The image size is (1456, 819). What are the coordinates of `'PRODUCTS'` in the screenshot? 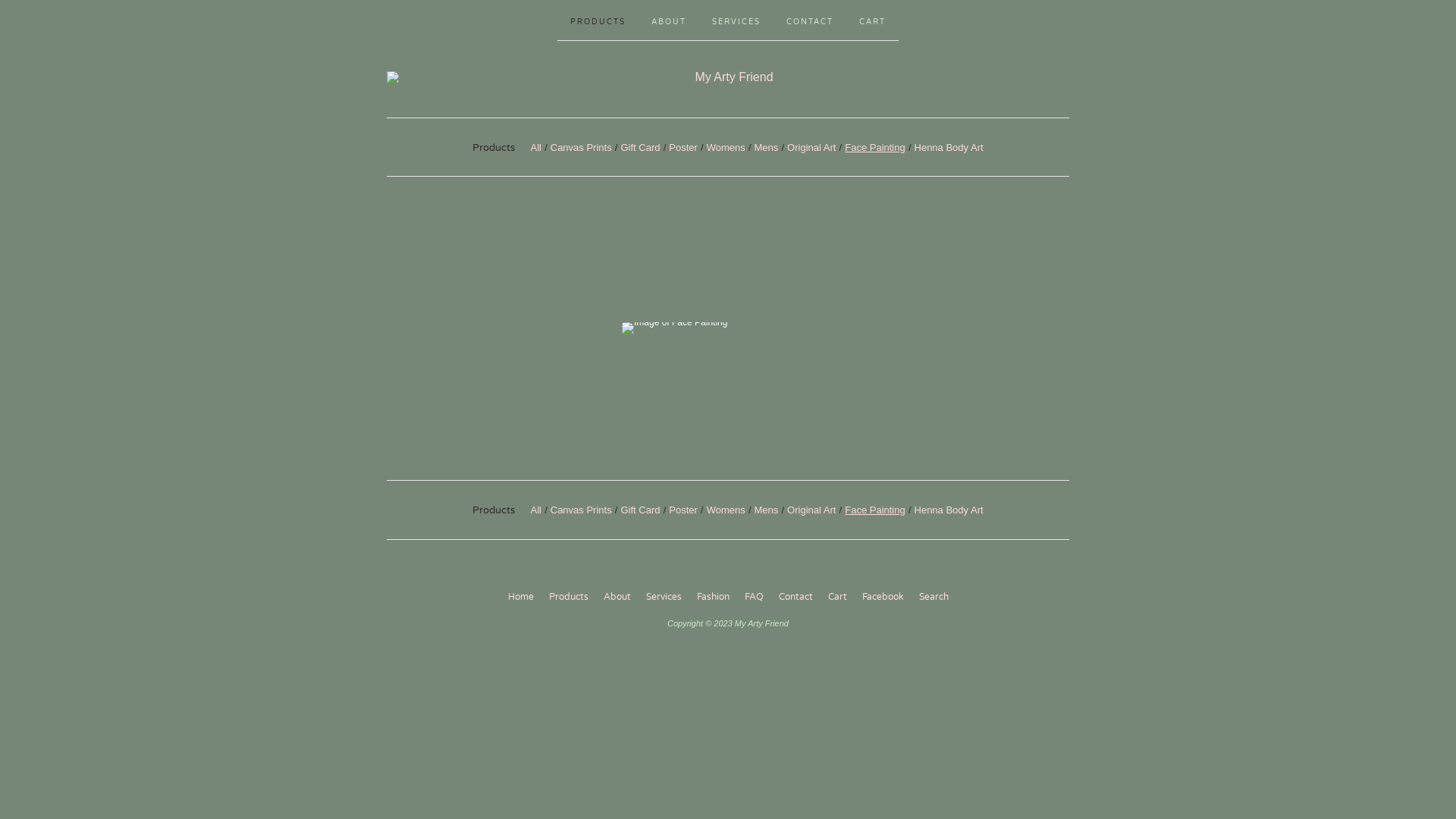 It's located at (597, 20).